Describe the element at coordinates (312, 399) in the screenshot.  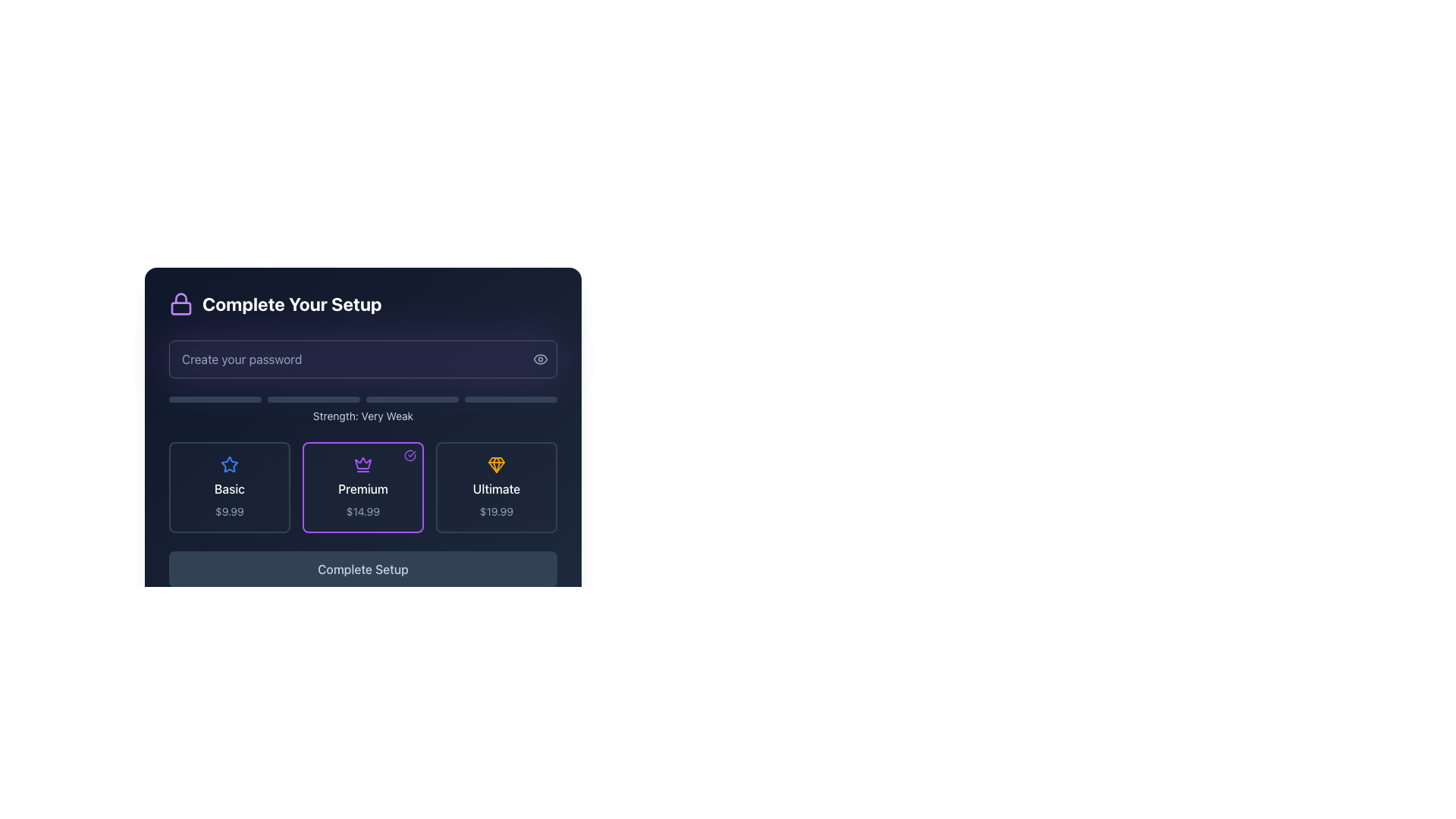
I see `the second progress bar segment, which is a slim, horizontal bar with rounded ends and a solid dark gray color, located below the input field labeled 'Create your password.'` at that location.